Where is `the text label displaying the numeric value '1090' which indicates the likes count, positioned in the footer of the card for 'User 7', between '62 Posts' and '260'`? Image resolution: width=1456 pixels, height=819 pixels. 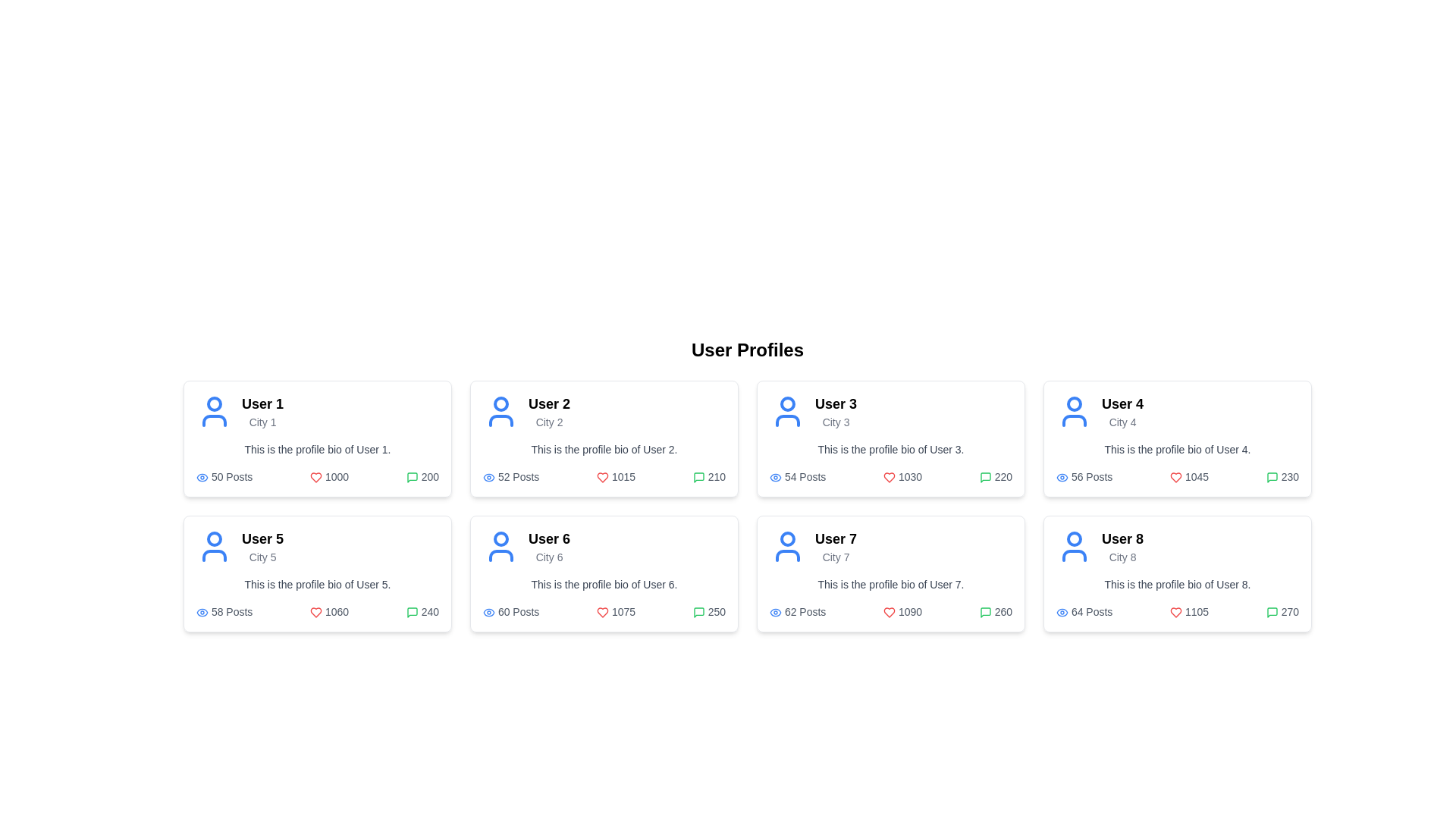
the text label displaying the numeric value '1090' which indicates the likes count, positioned in the footer of the card for 'User 7', between '62 Posts' and '260' is located at coordinates (902, 610).